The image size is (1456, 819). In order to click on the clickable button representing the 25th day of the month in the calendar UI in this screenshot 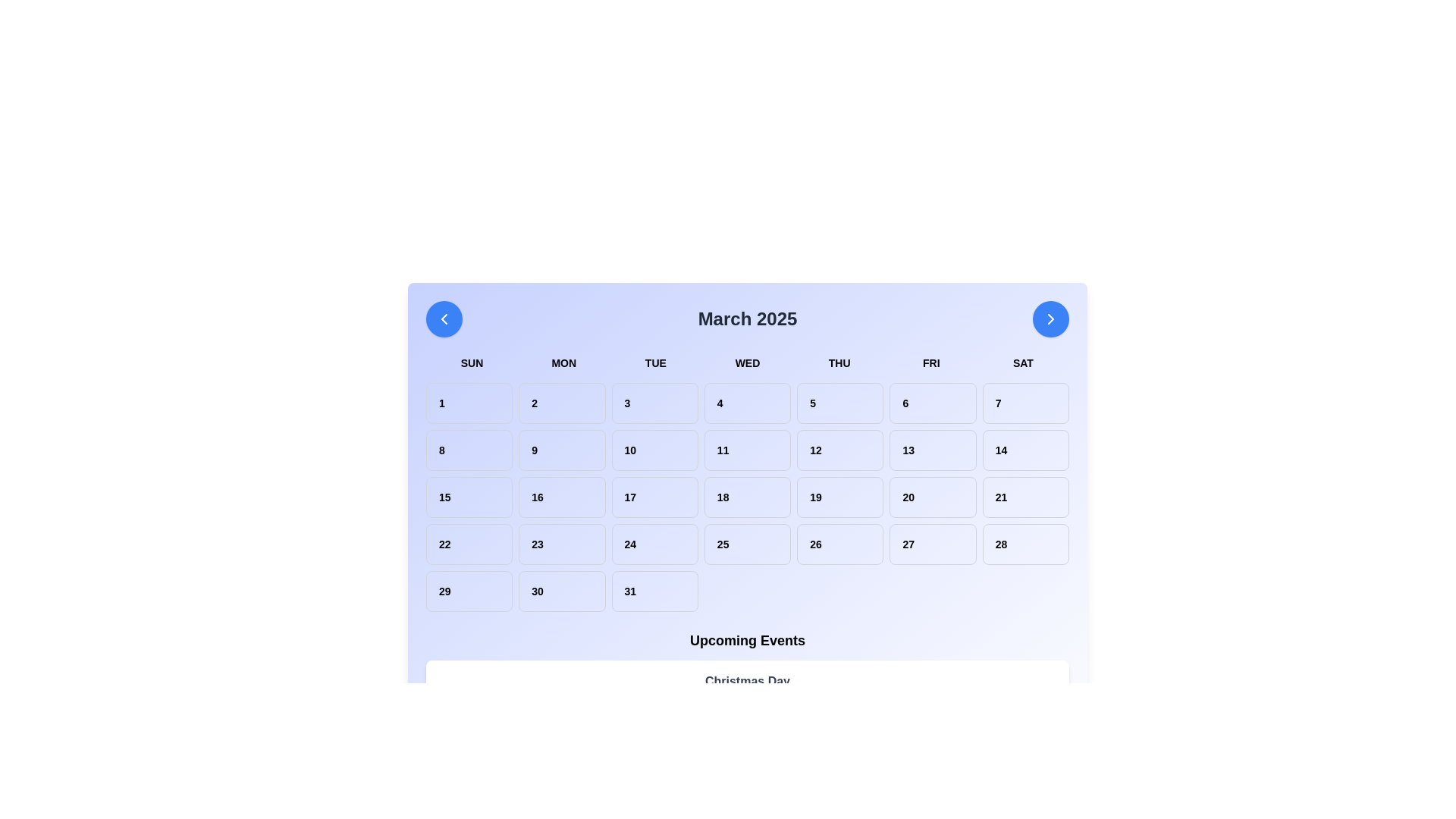, I will do `click(747, 543)`.